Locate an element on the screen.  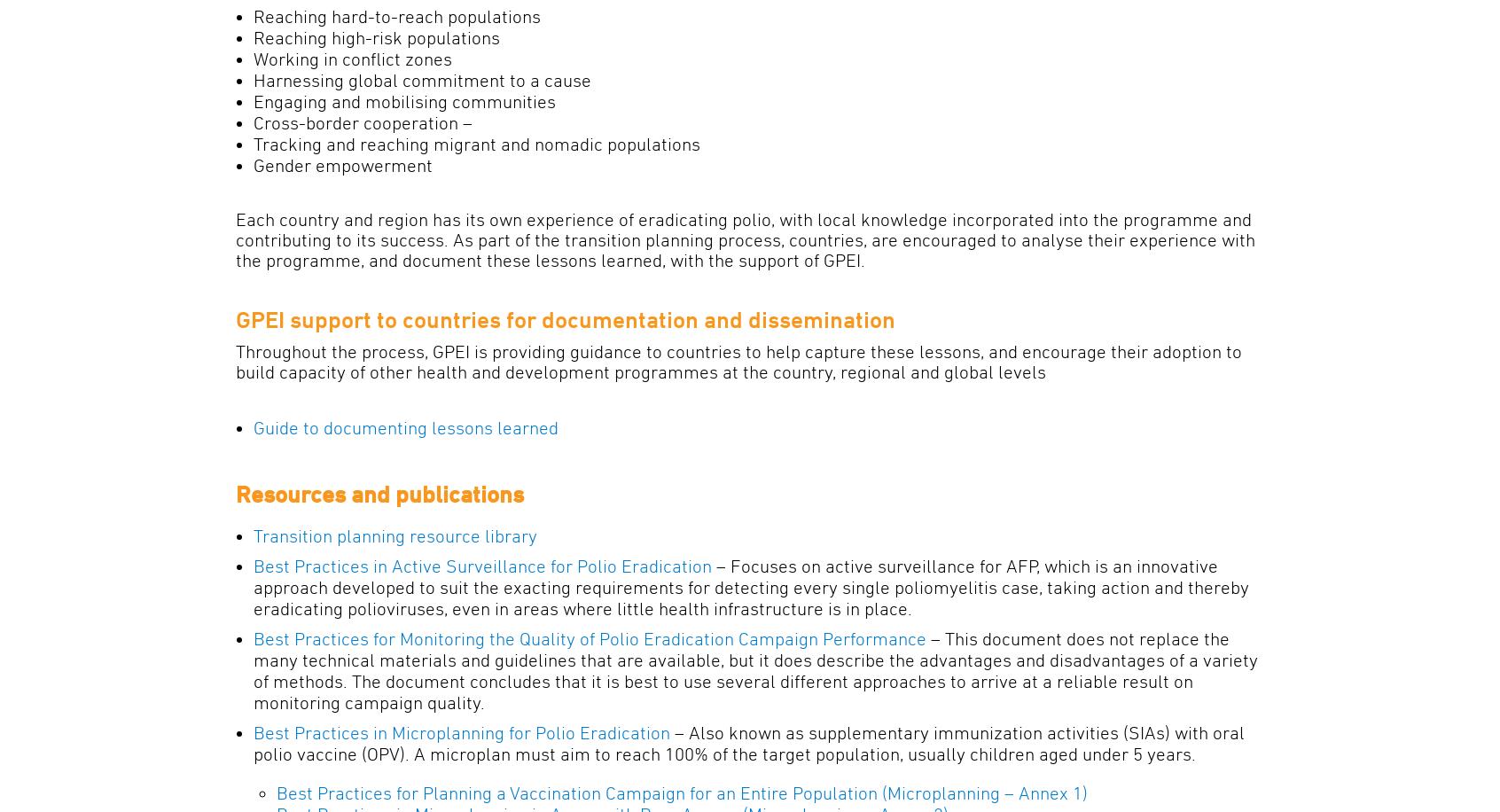
'GPEI support to countries for documentation and dissemination' is located at coordinates (566, 318).